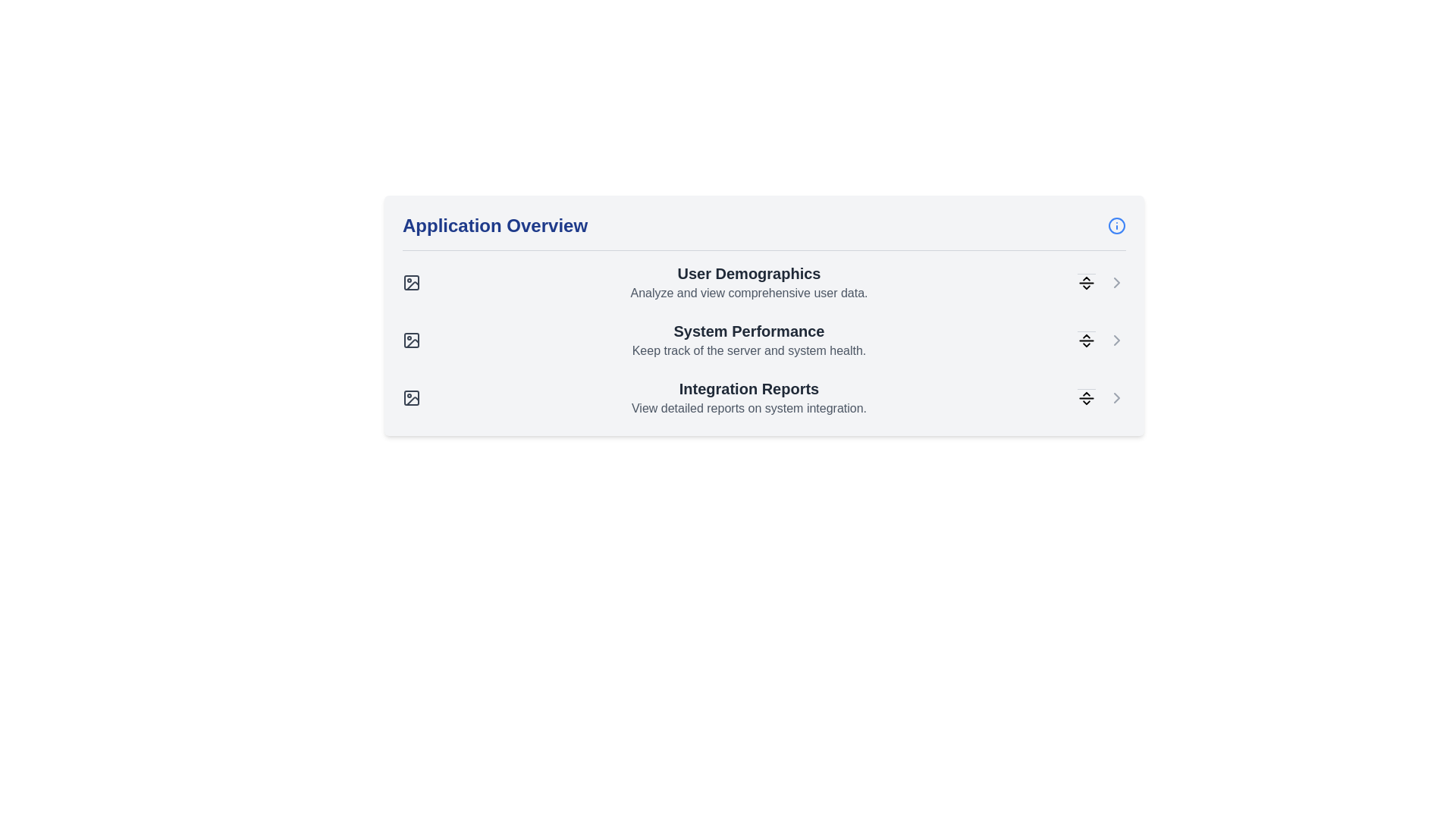 Image resolution: width=1456 pixels, height=819 pixels. Describe the element at coordinates (764, 397) in the screenshot. I see `the Informative panel related to 'Integration Reports'` at that location.